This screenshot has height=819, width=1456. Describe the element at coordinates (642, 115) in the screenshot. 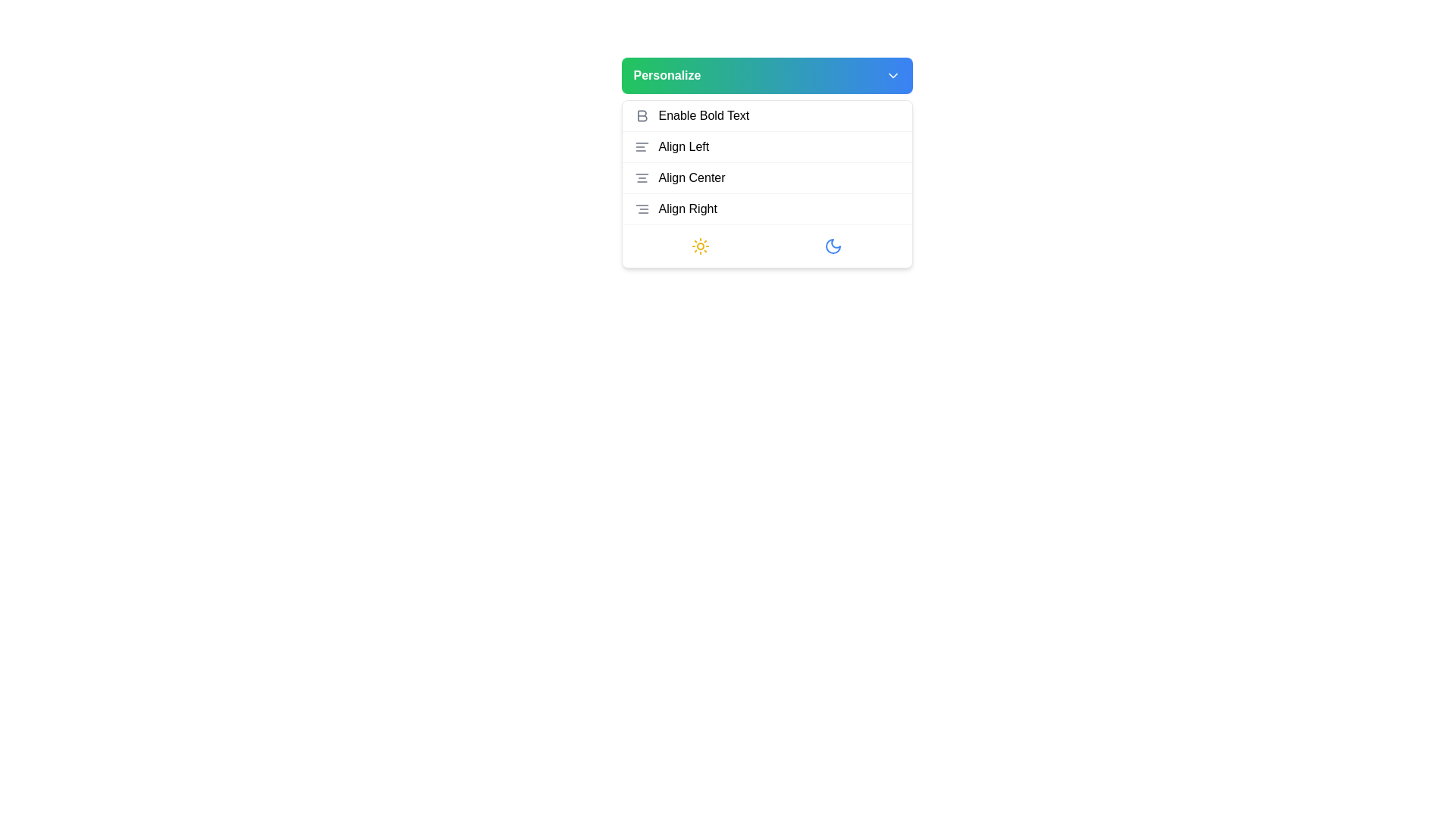

I see `the 'Enable Bold Text' icon located at the left side of the 'Enable Bold Text' menu option under the 'Personalize' dropdown` at that location.